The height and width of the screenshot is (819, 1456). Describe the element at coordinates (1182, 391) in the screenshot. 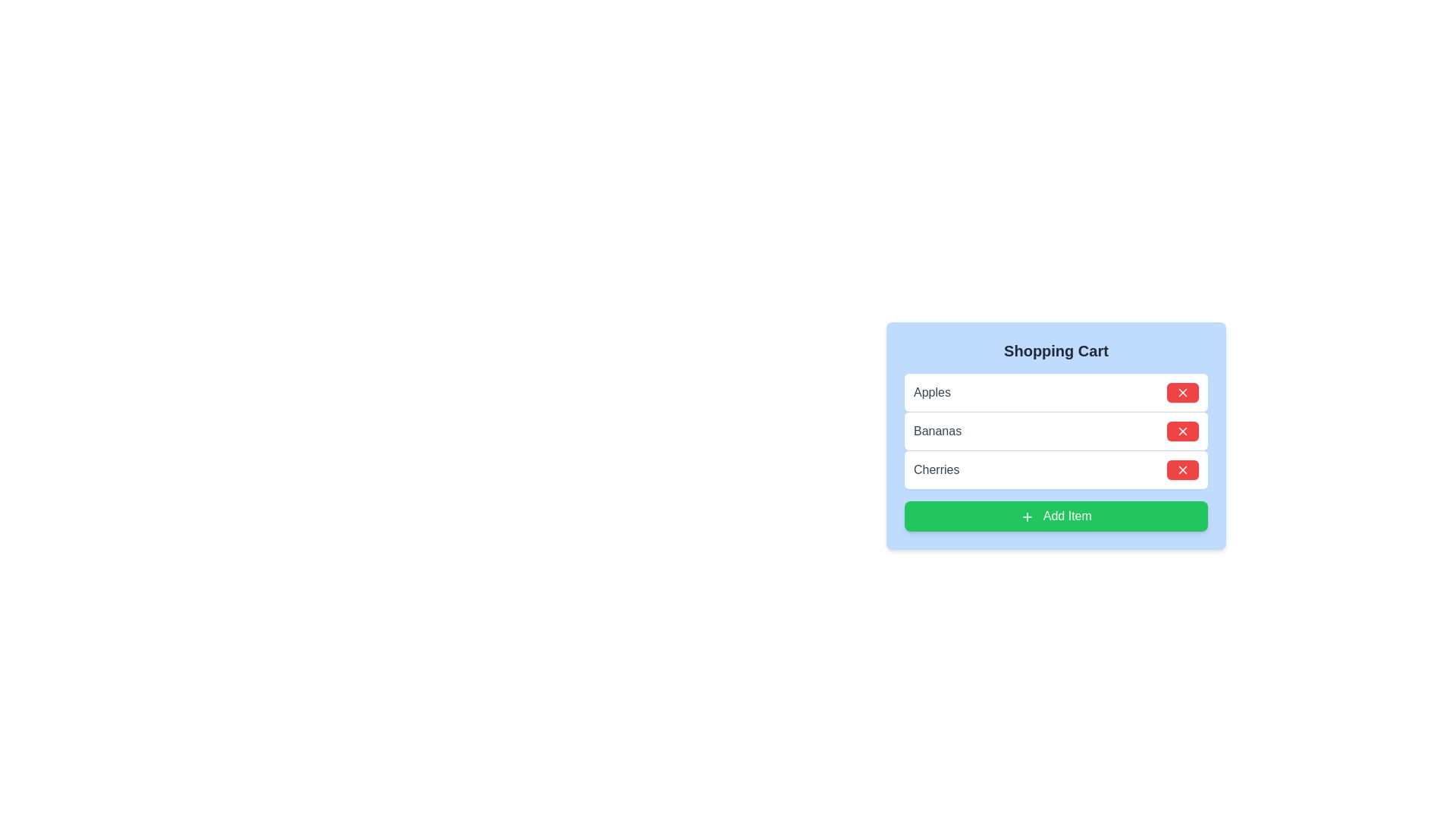

I see `the delete icon button for the item 'Apples' in the shopping cart` at that location.